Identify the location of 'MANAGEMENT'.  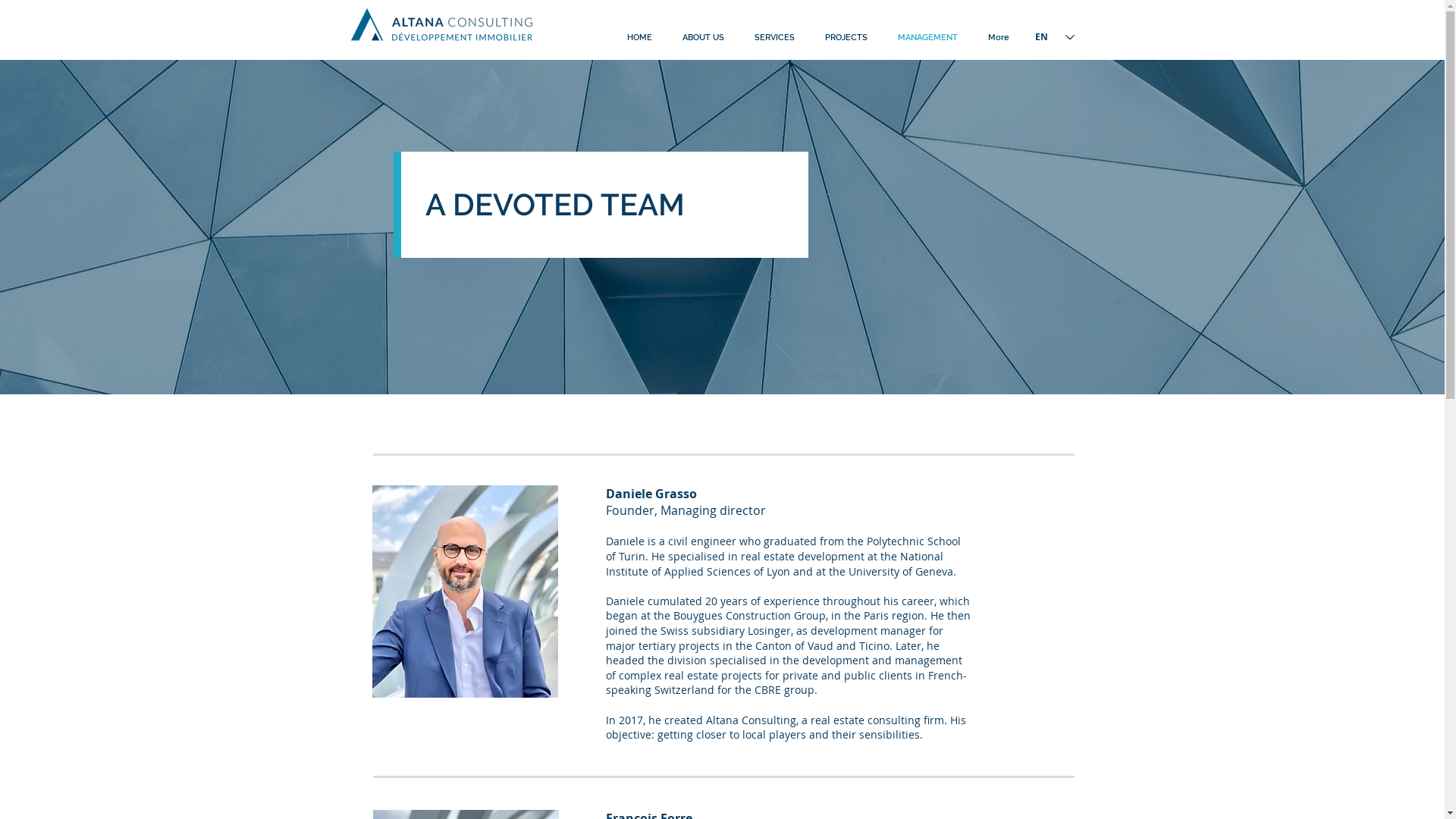
(927, 37).